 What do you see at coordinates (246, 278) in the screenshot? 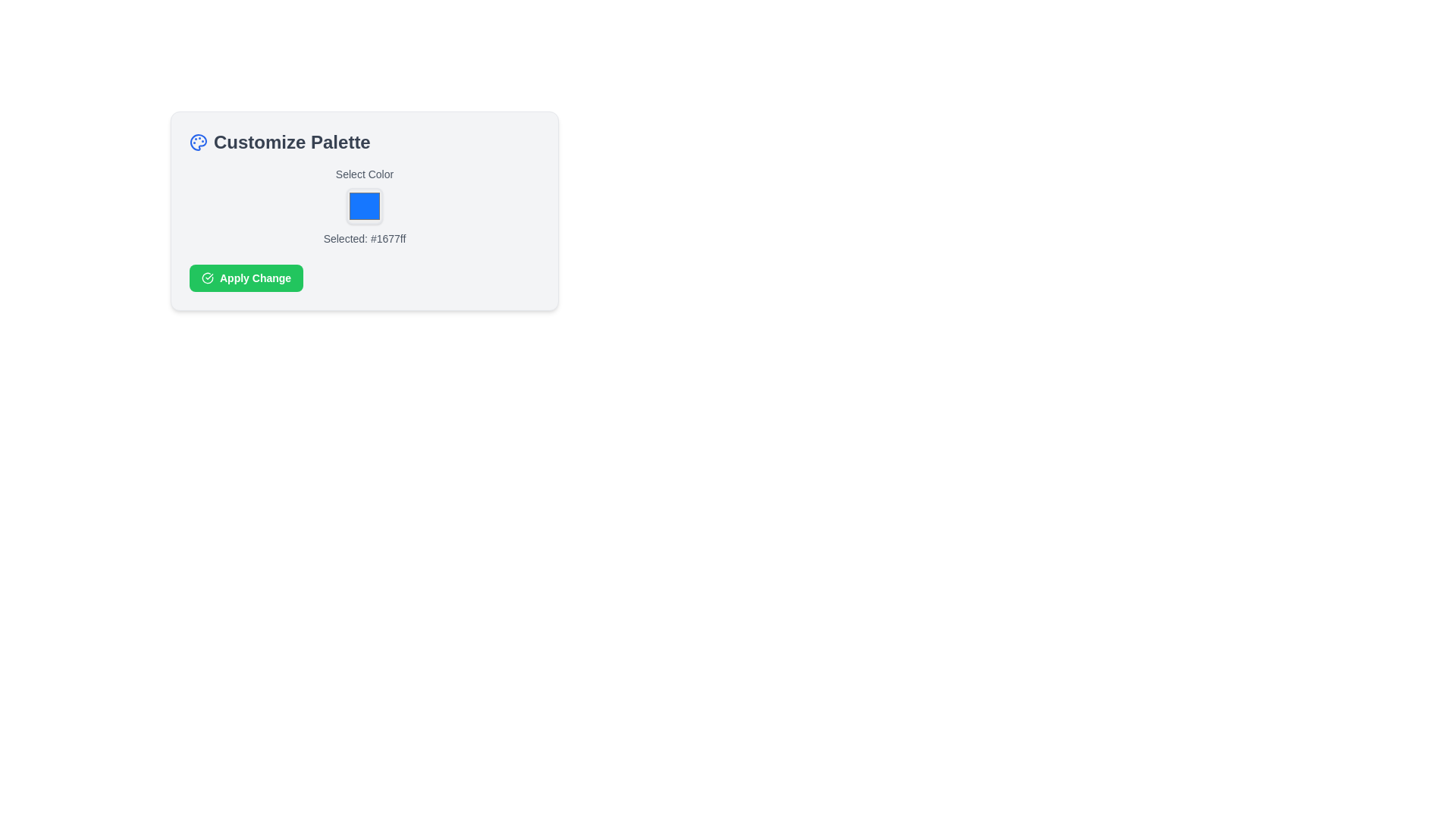
I see `the confirmation button located at the bottom-left corner of the 'Customize Palette' card to indicate selection` at bounding box center [246, 278].